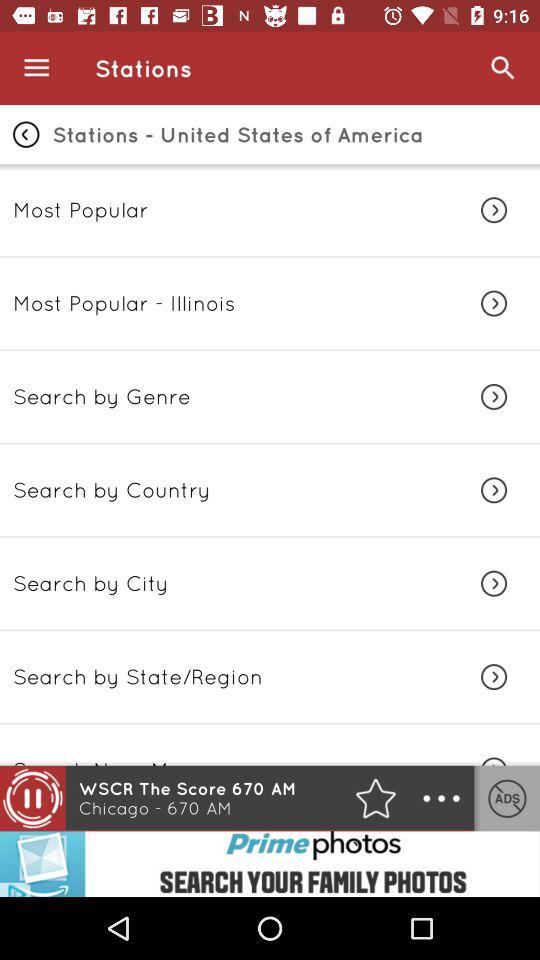 Image resolution: width=540 pixels, height=960 pixels. What do you see at coordinates (375, 798) in the screenshot?
I see `the star icon` at bounding box center [375, 798].